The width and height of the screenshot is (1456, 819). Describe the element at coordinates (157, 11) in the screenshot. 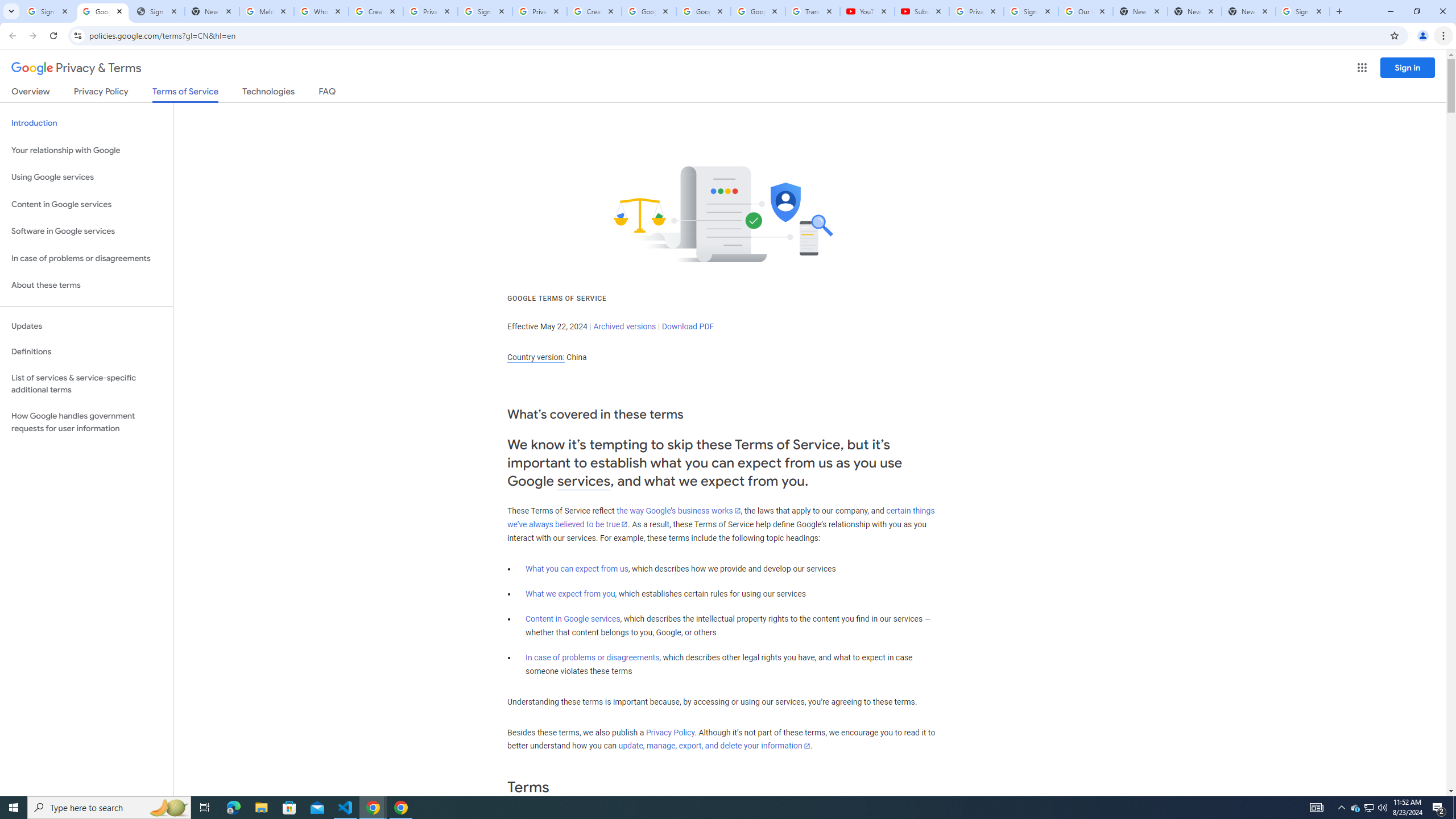

I see `'Sign In - USA TODAY'` at that location.